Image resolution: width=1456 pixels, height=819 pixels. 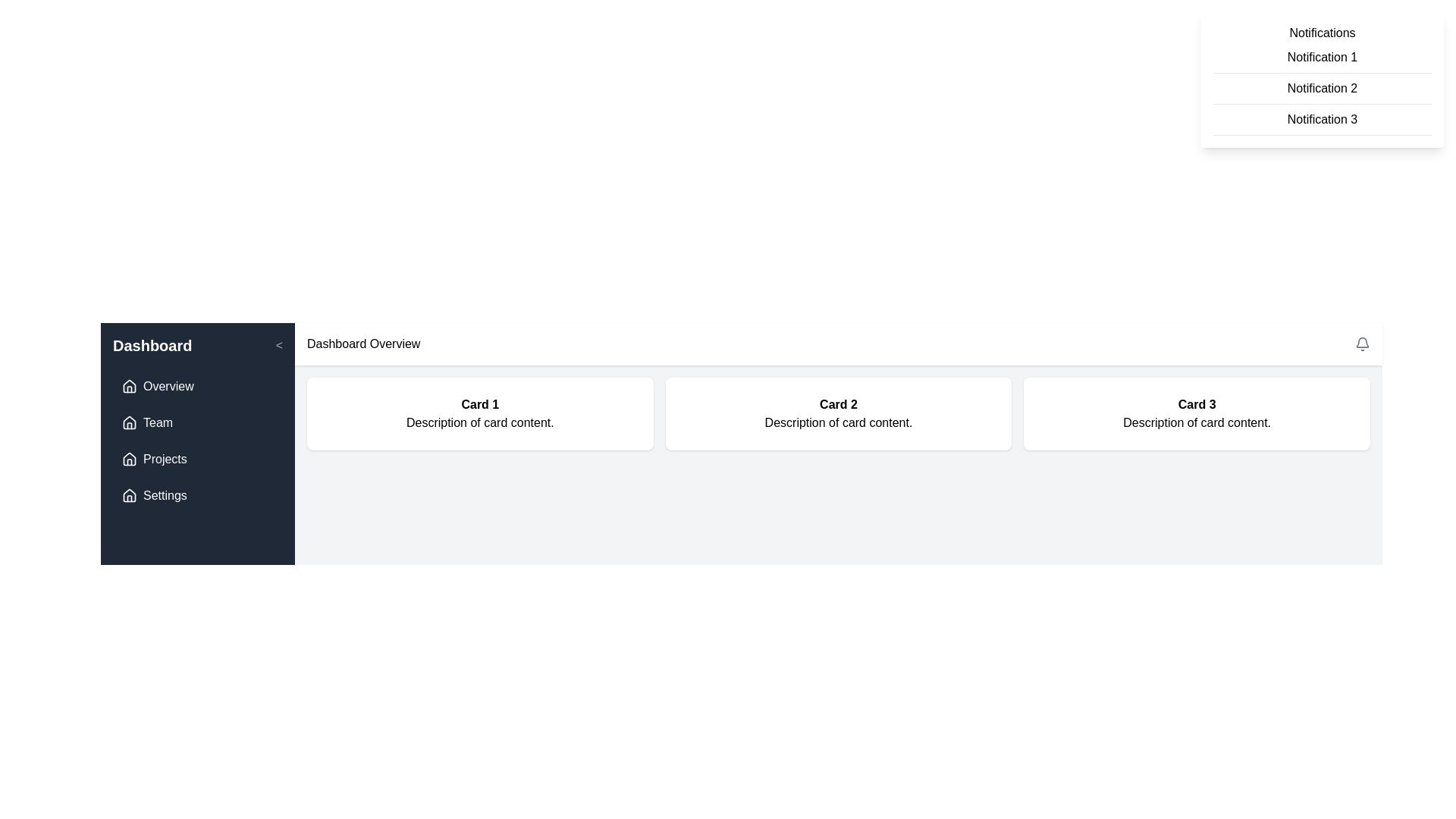 What do you see at coordinates (279, 345) in the screenshot?
I see `the left-facing gray arrow button located to the right of the 'Dashboard' text` at bounding box center [279, 345].